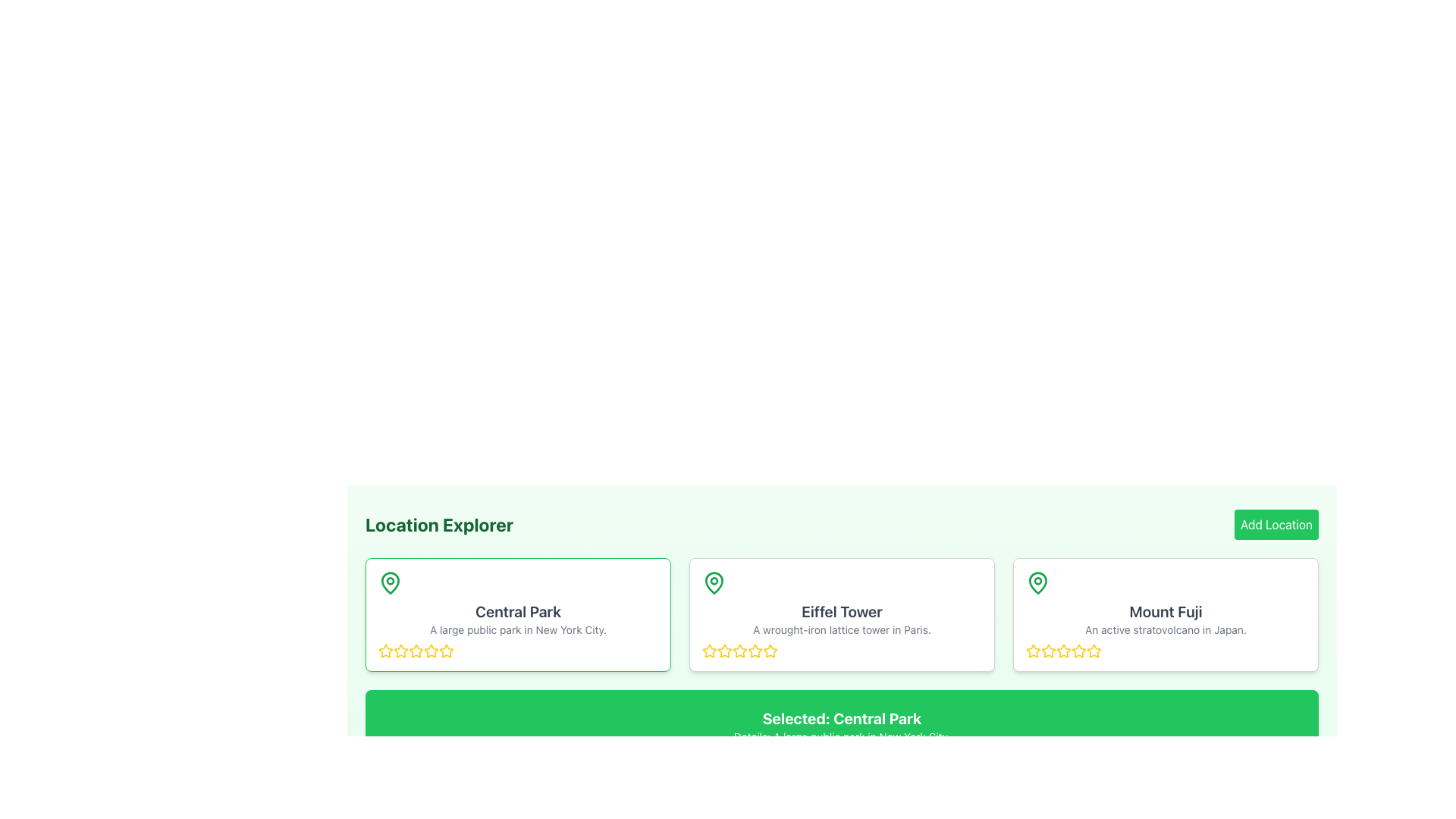 Image resolution: width=1456 pixels, height=819 pixels. Describe the element at coordinates (390, 582) in the screenshot. I see `the map pin icon representing 'Central Park', located at the upper-left corner of the card above the text content and ratings` at that location.